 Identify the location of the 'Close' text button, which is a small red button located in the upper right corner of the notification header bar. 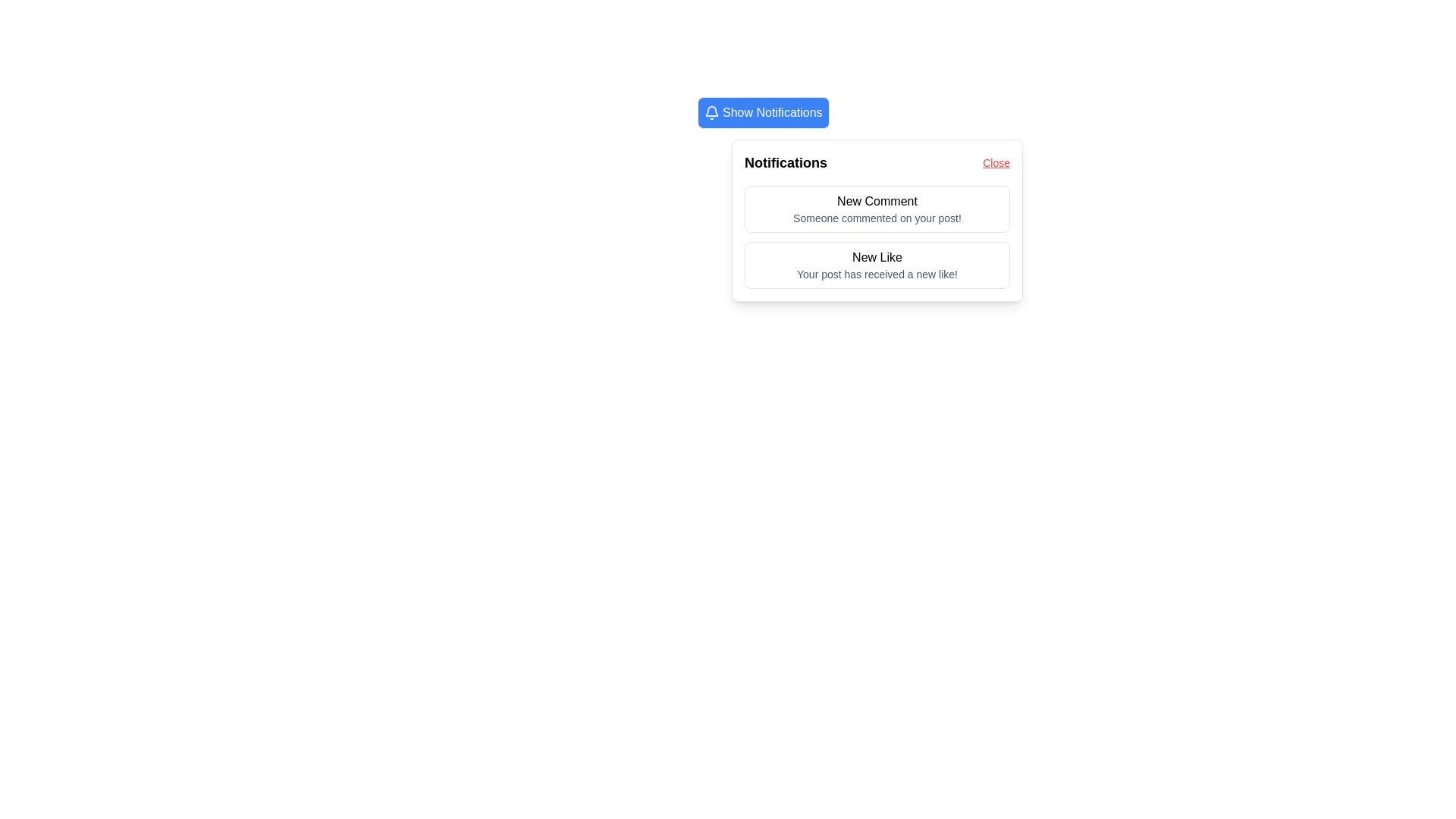
(996, 163).